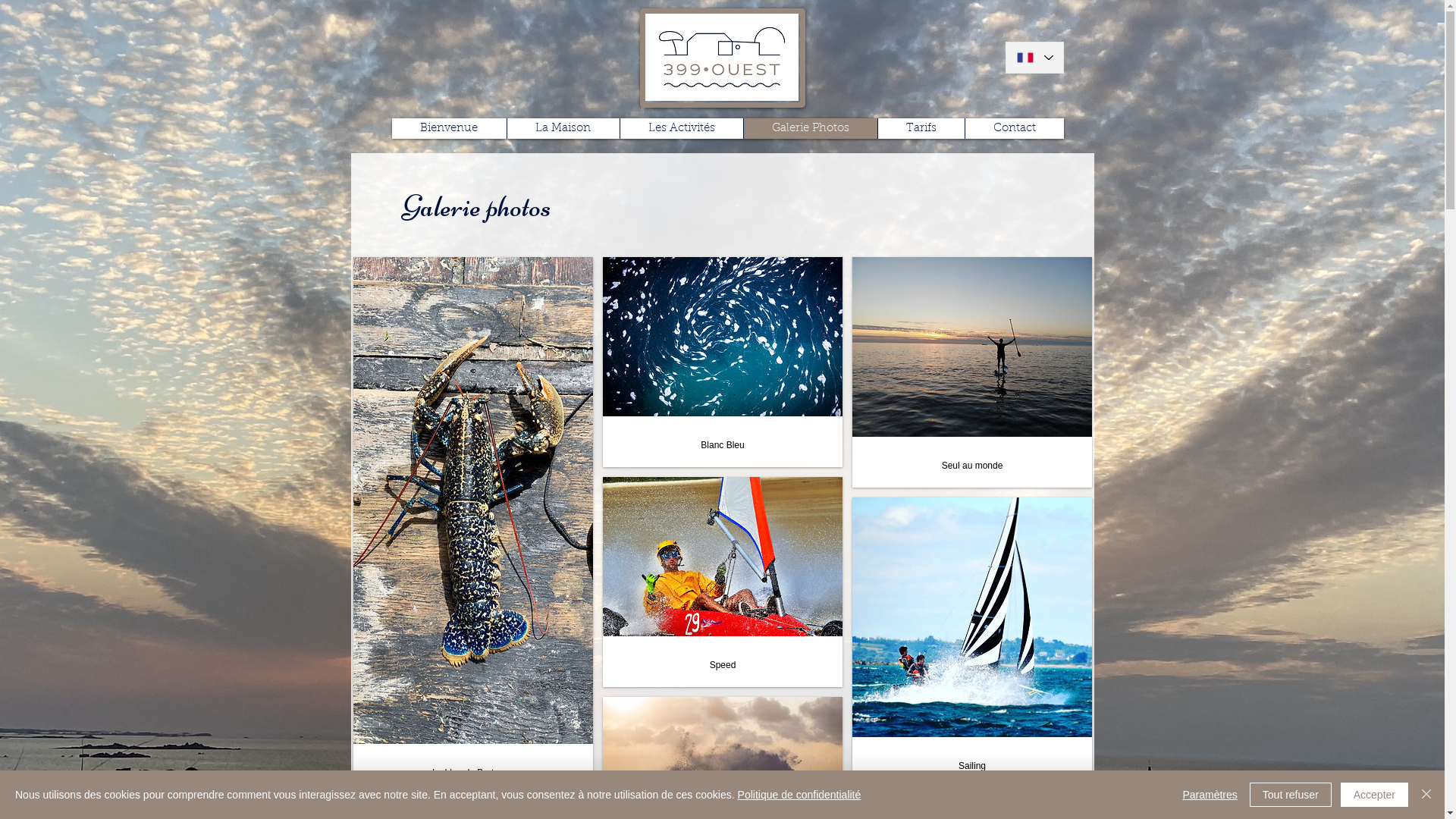 The image size is (1456, 819). What do you see at coordinates (447, 127) in the screenshot?
I see `'Bienvenue'` at bounding box center [447, 127].